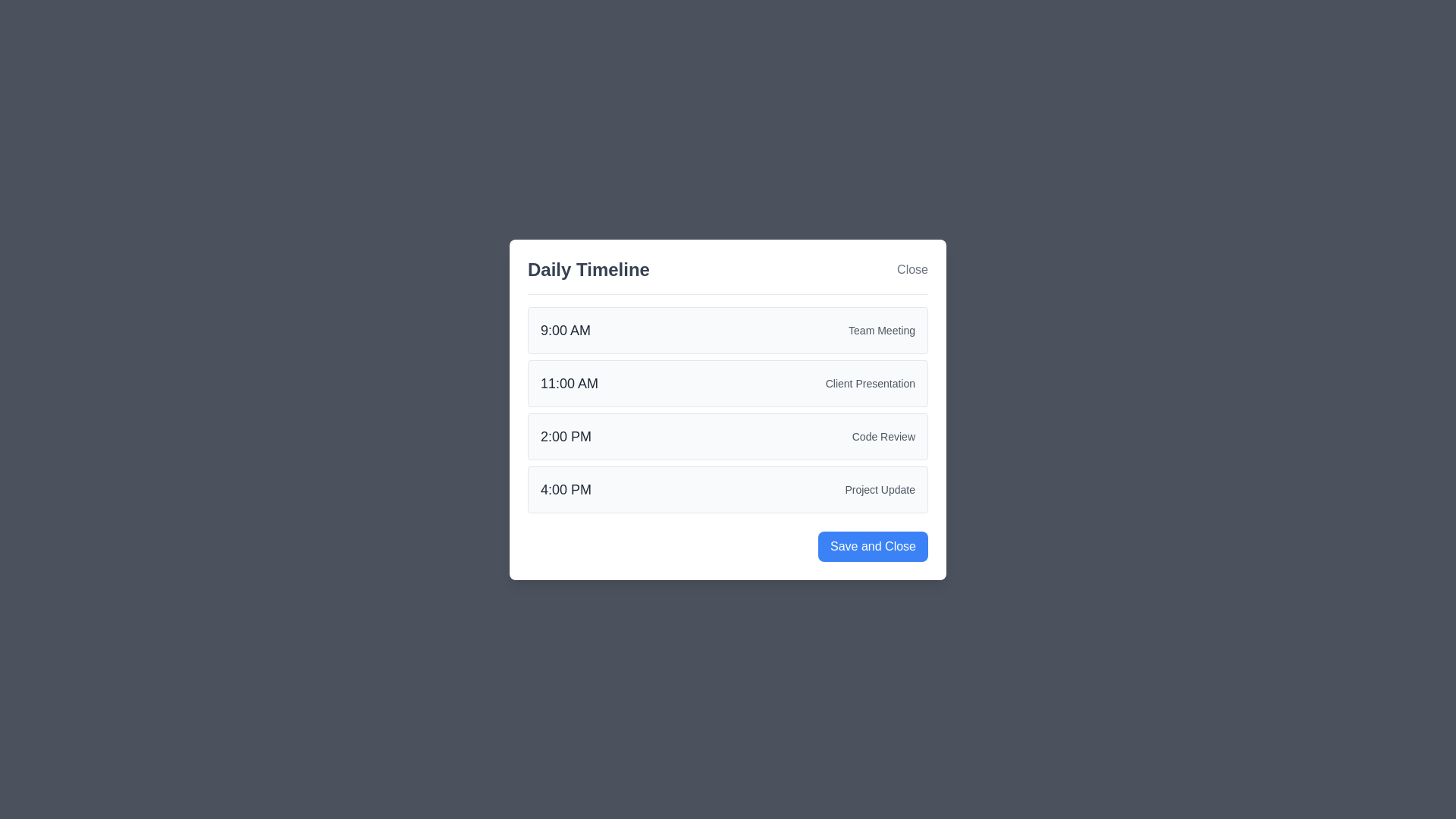 This screenshot has width=1456, height=819. I want to click on the 'Save and Close' button to close the dialog, so click(873, 546).